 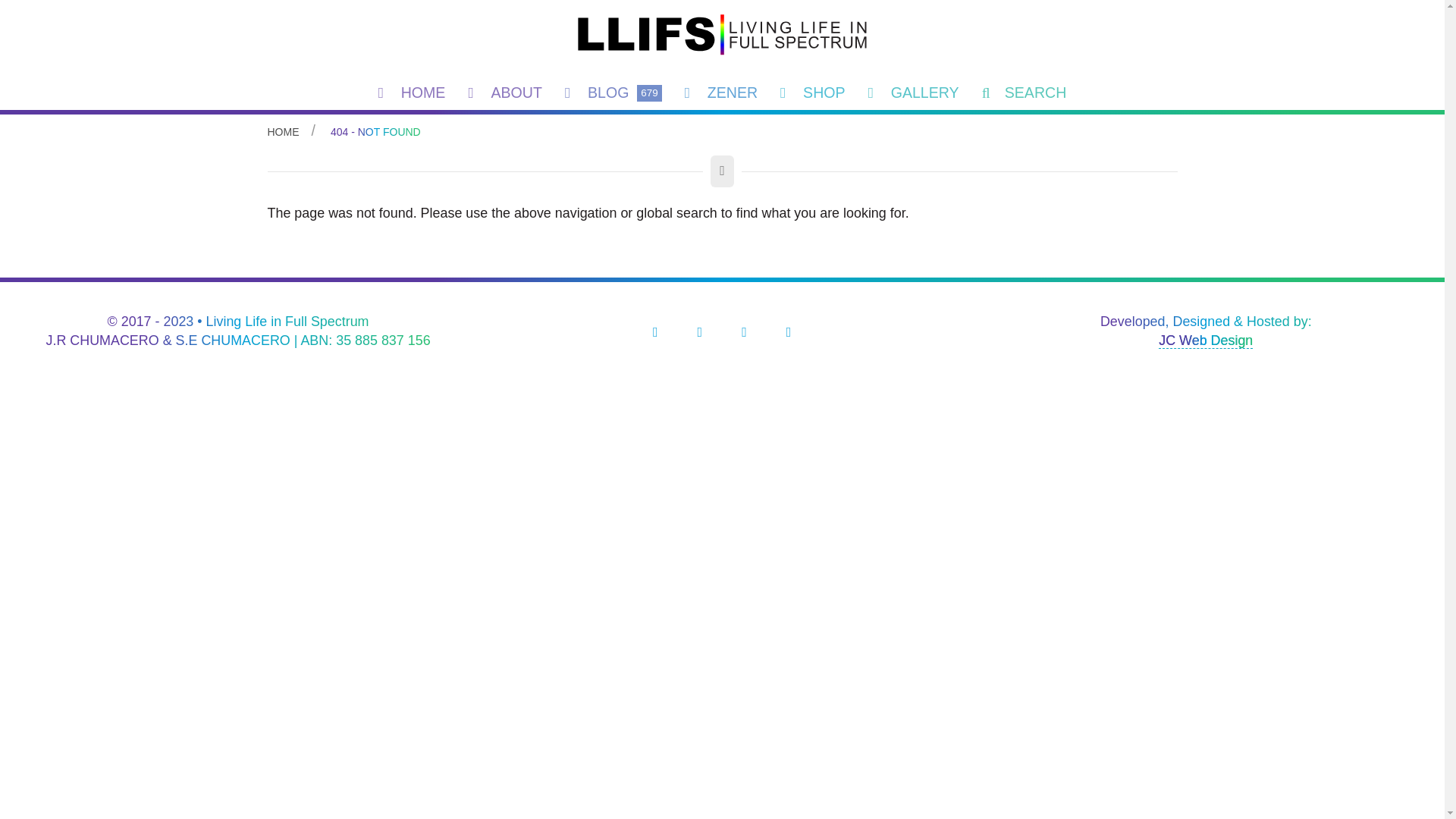 What do you see at coordinates (856, 93) in the screenshot?
I see `'GALLERY'` at bounding box center [856, 93].